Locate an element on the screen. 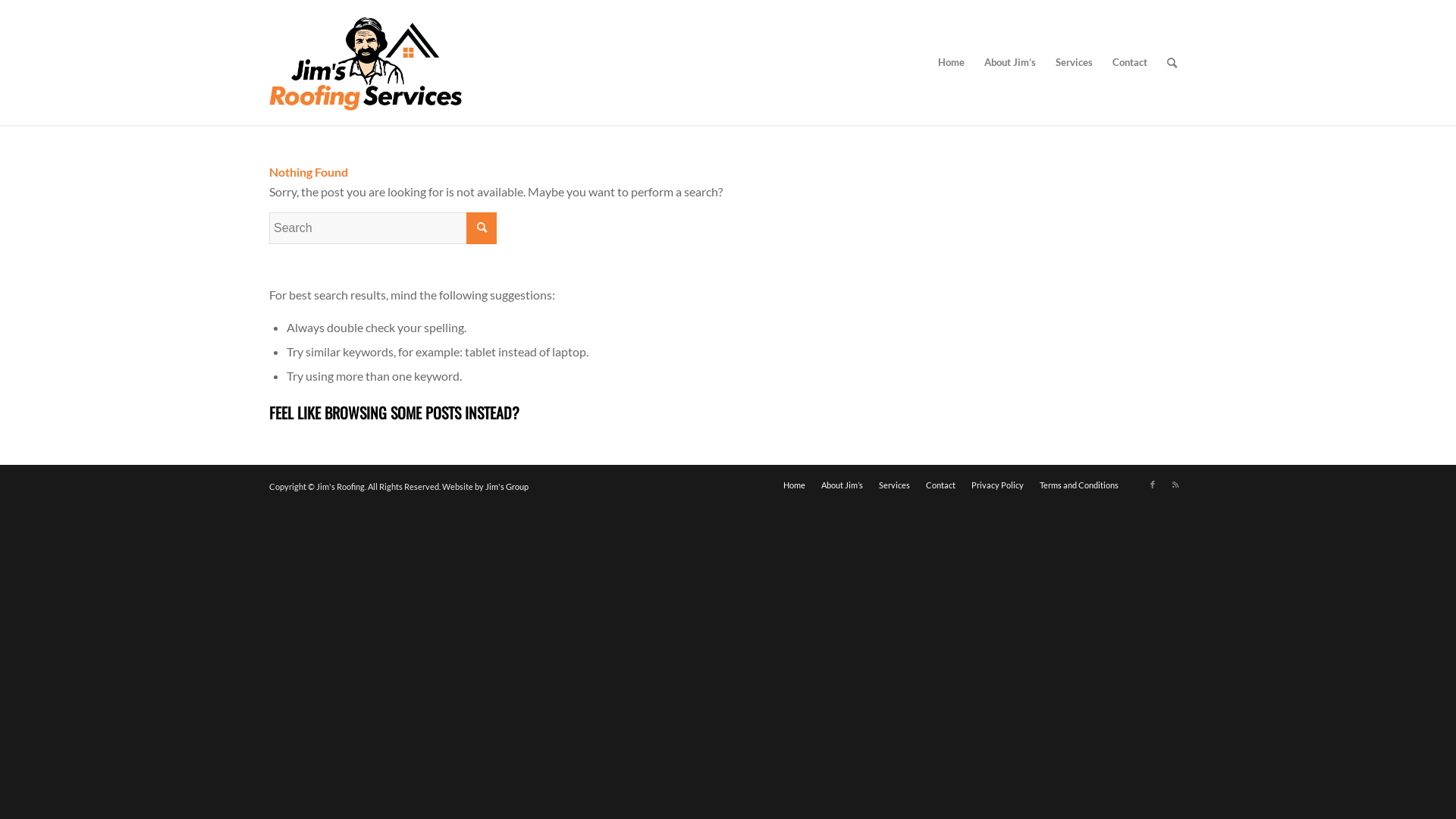 The height and width of the screenshot is (819, 1456). 'Contact' is located at coordinates (940, 485).